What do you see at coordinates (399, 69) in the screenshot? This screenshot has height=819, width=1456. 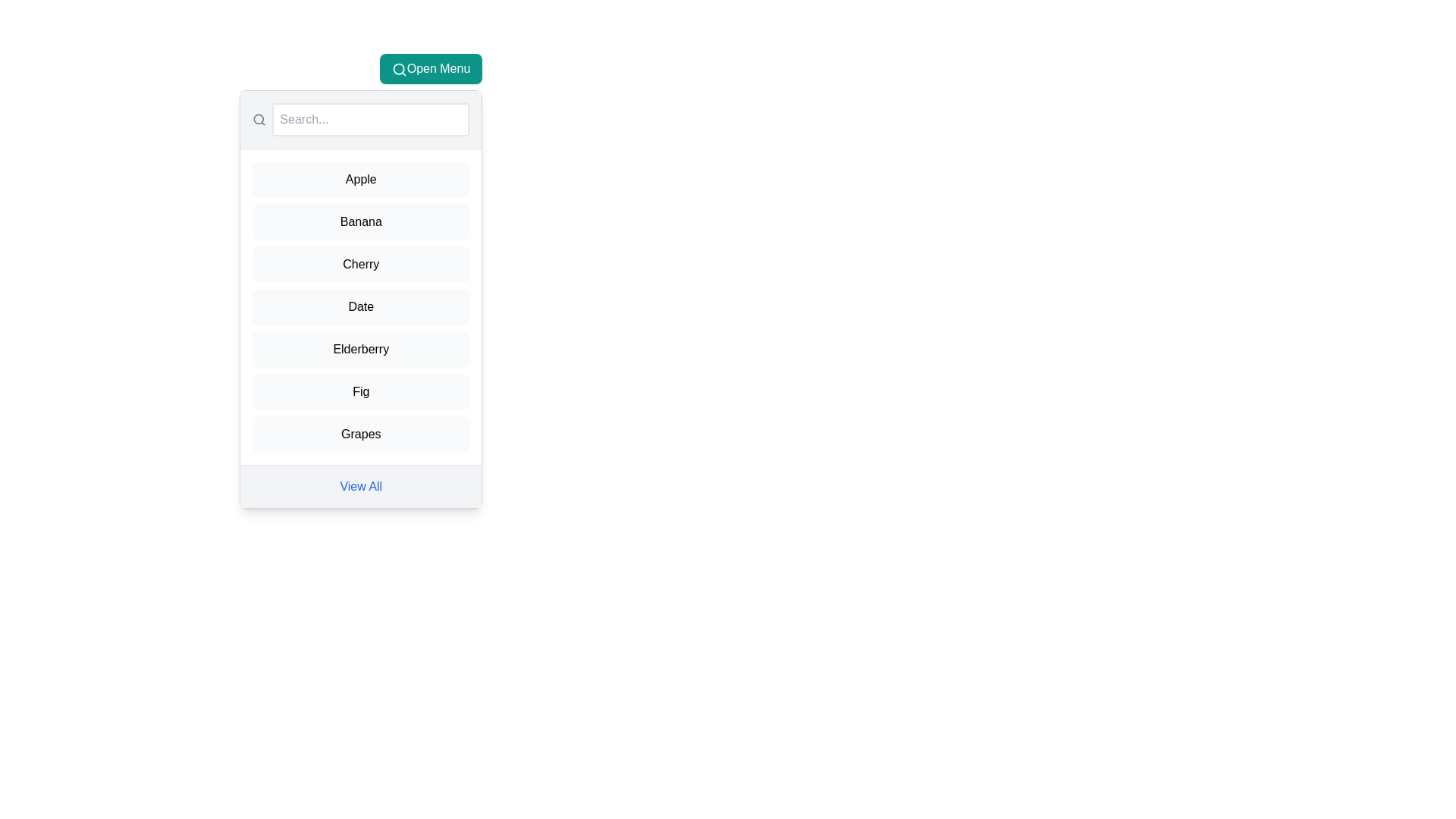 I see `the magnifying glass icon` at bounding box center [399, 69].